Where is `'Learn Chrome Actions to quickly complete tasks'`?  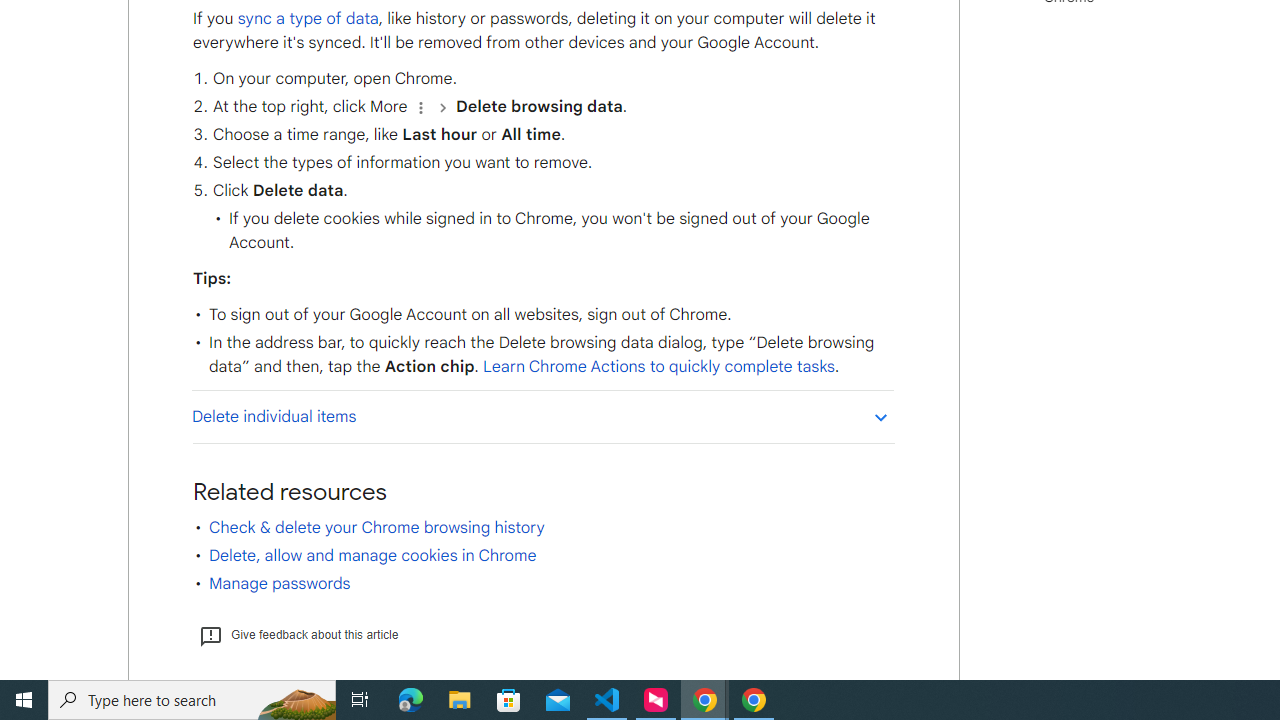
'Learn Chrome Actions to quickly complete tasks' is located at coordinates (658, 367).